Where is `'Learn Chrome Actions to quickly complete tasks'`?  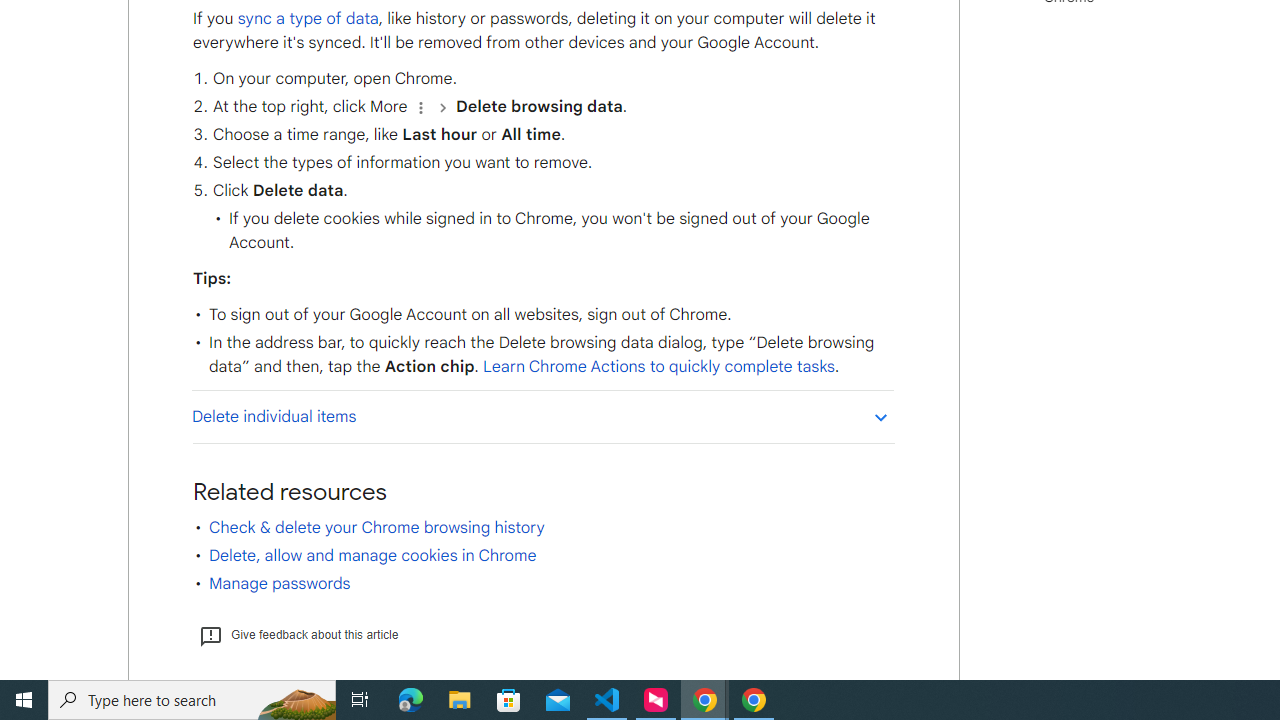
'Learn Chrome Actions to quickly complete tasks' is located at coordinates (658, 367).